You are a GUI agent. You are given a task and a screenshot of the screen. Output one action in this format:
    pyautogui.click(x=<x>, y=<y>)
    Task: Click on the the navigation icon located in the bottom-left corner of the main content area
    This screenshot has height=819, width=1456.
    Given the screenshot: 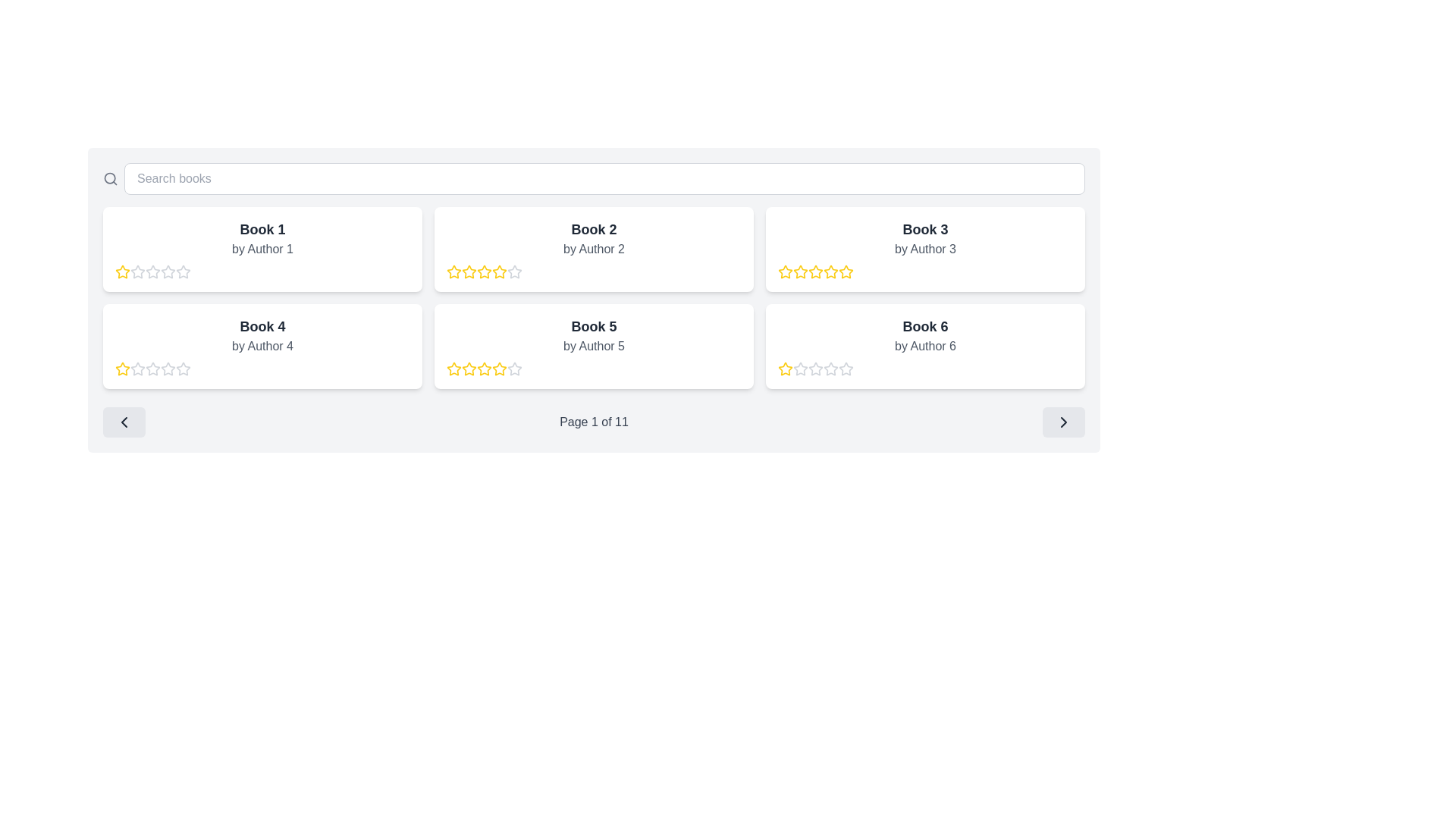 What is the action you would take?
    pyautogui.click(x=124, y=422)
    